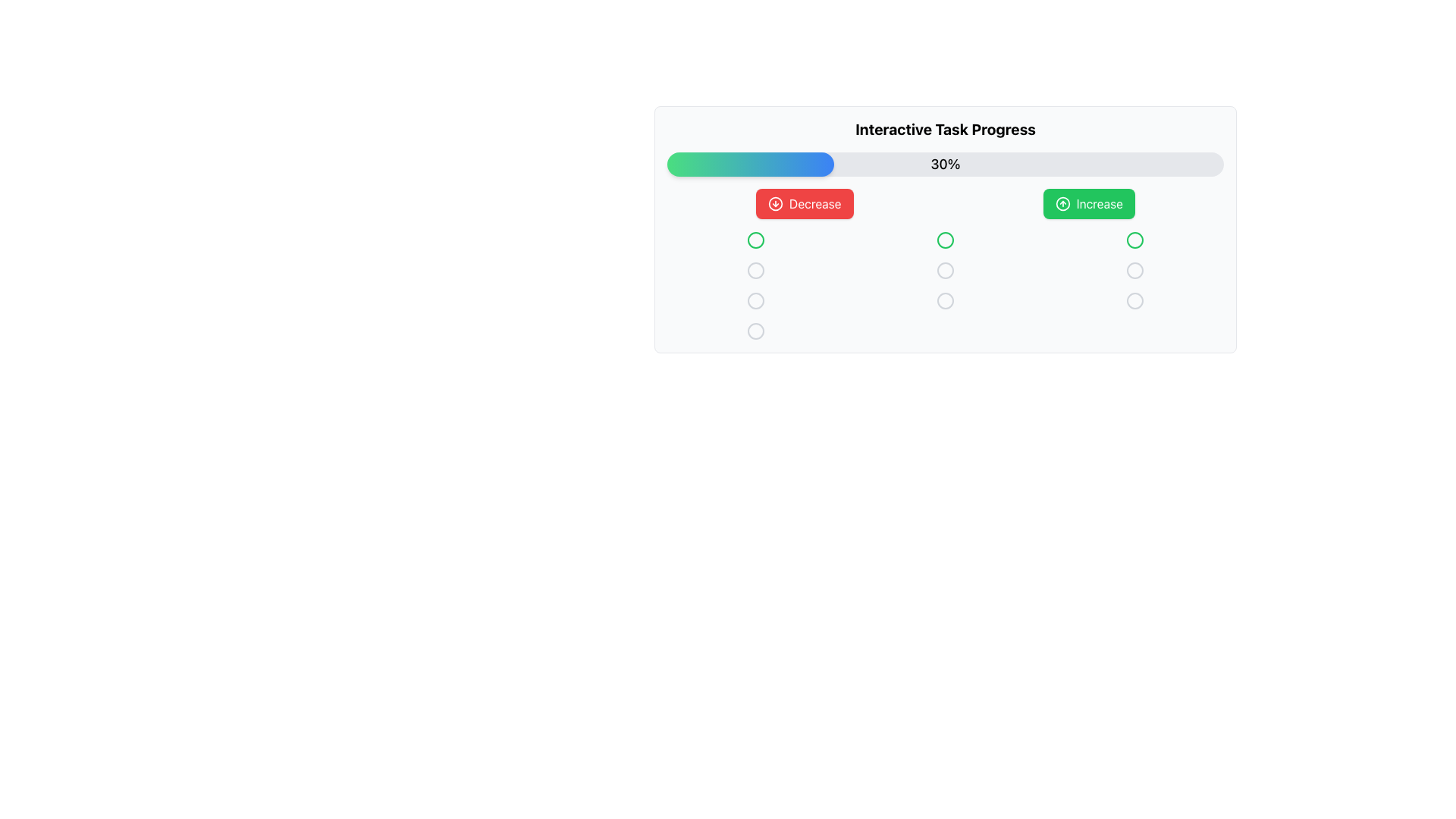 The image size is (1456, 819). What do you see at coordinates (756, 270) in the screenshot?
I see `the SVG circle element located in the second column and second row of the task progress interactive display` at bounding box center [756, 270].